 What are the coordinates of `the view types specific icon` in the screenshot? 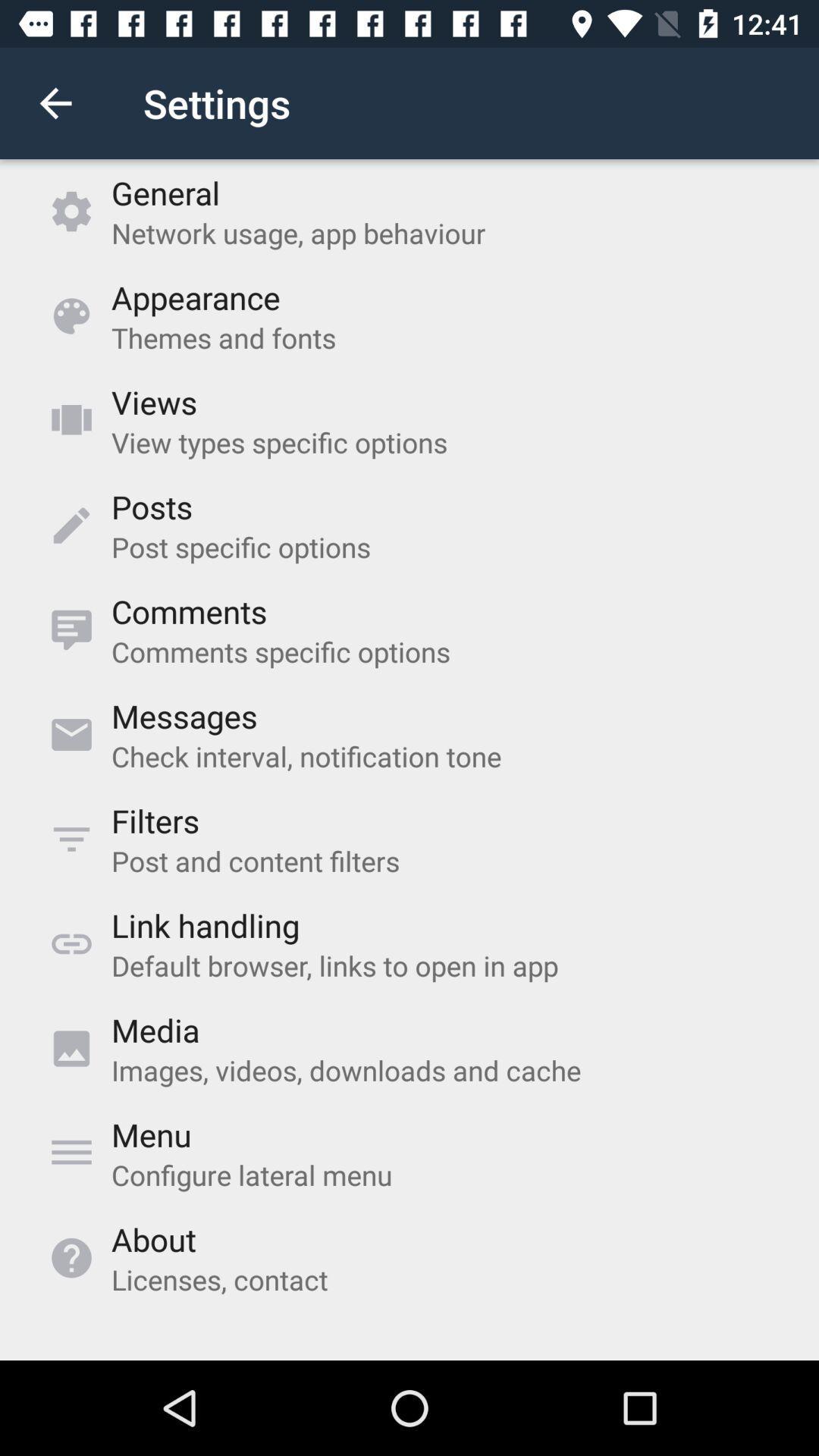 It's located at (279, 441).